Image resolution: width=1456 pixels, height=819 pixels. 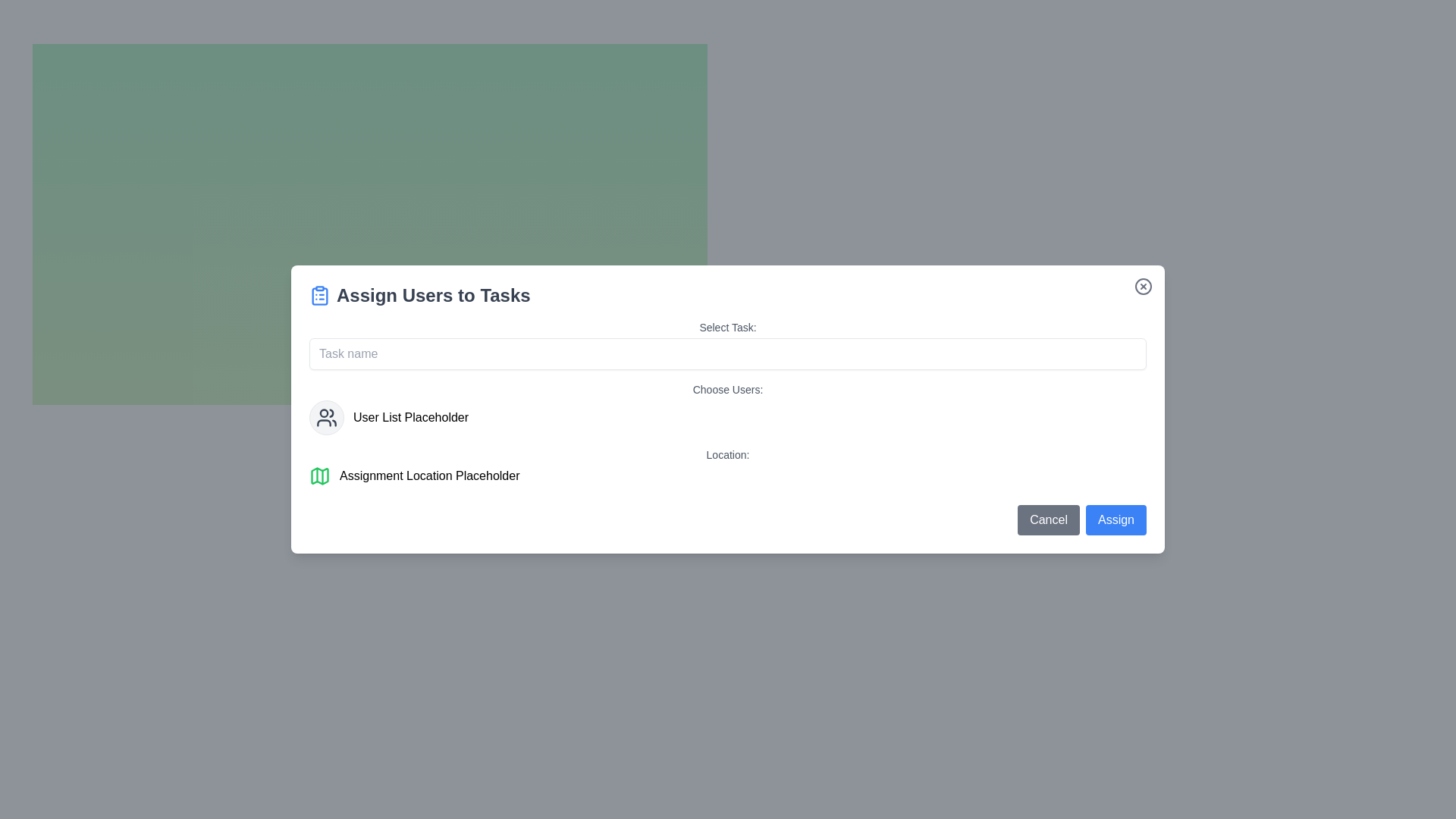 What do you see at coordinates (1116, 519) in the screenshot?
I see `the button located` at bounding box center [1116, 519].